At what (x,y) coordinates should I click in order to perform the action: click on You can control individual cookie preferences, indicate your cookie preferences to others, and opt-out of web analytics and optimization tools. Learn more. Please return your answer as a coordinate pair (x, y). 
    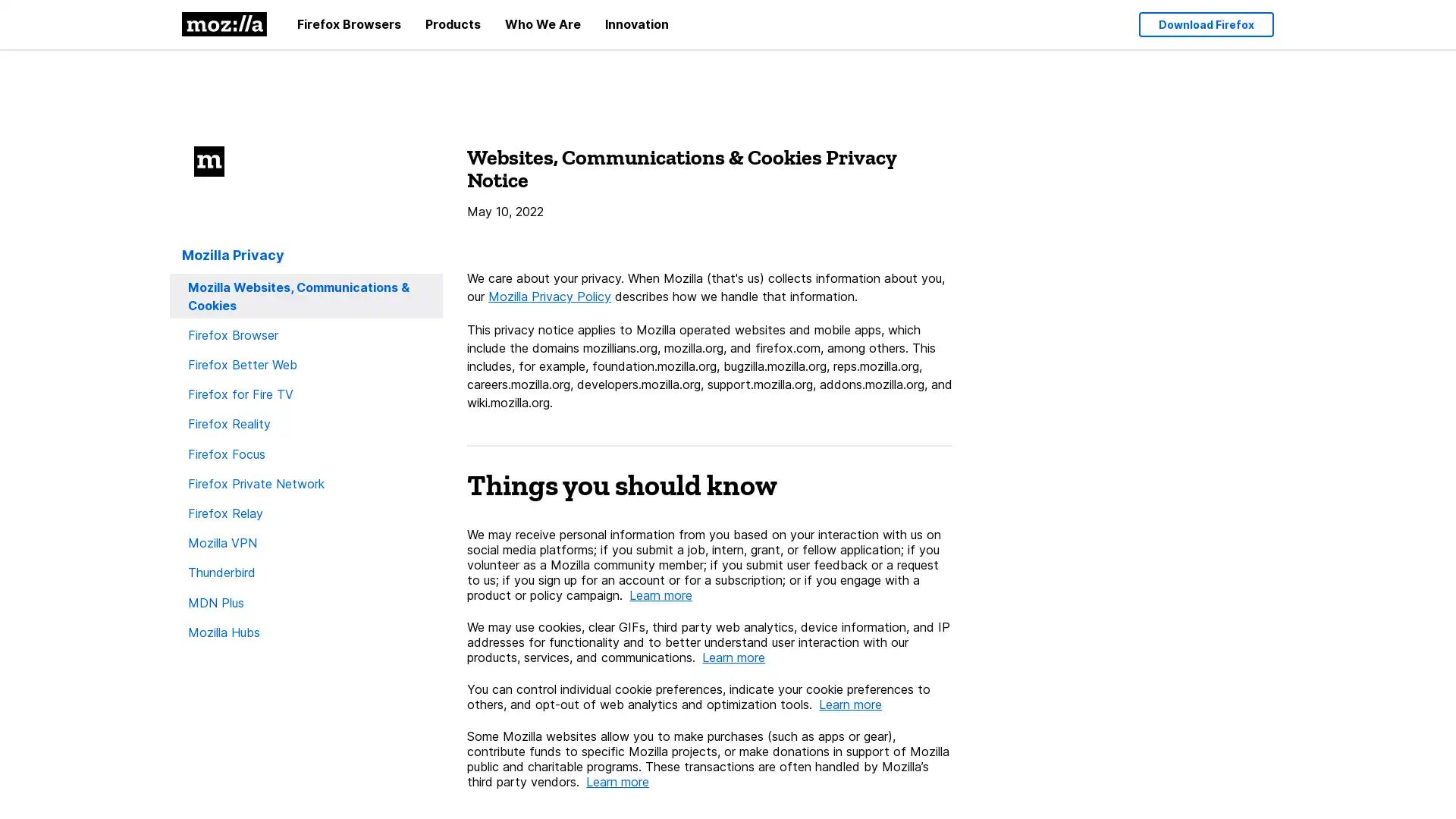
    Looking at the image, I should click on (709, 696).